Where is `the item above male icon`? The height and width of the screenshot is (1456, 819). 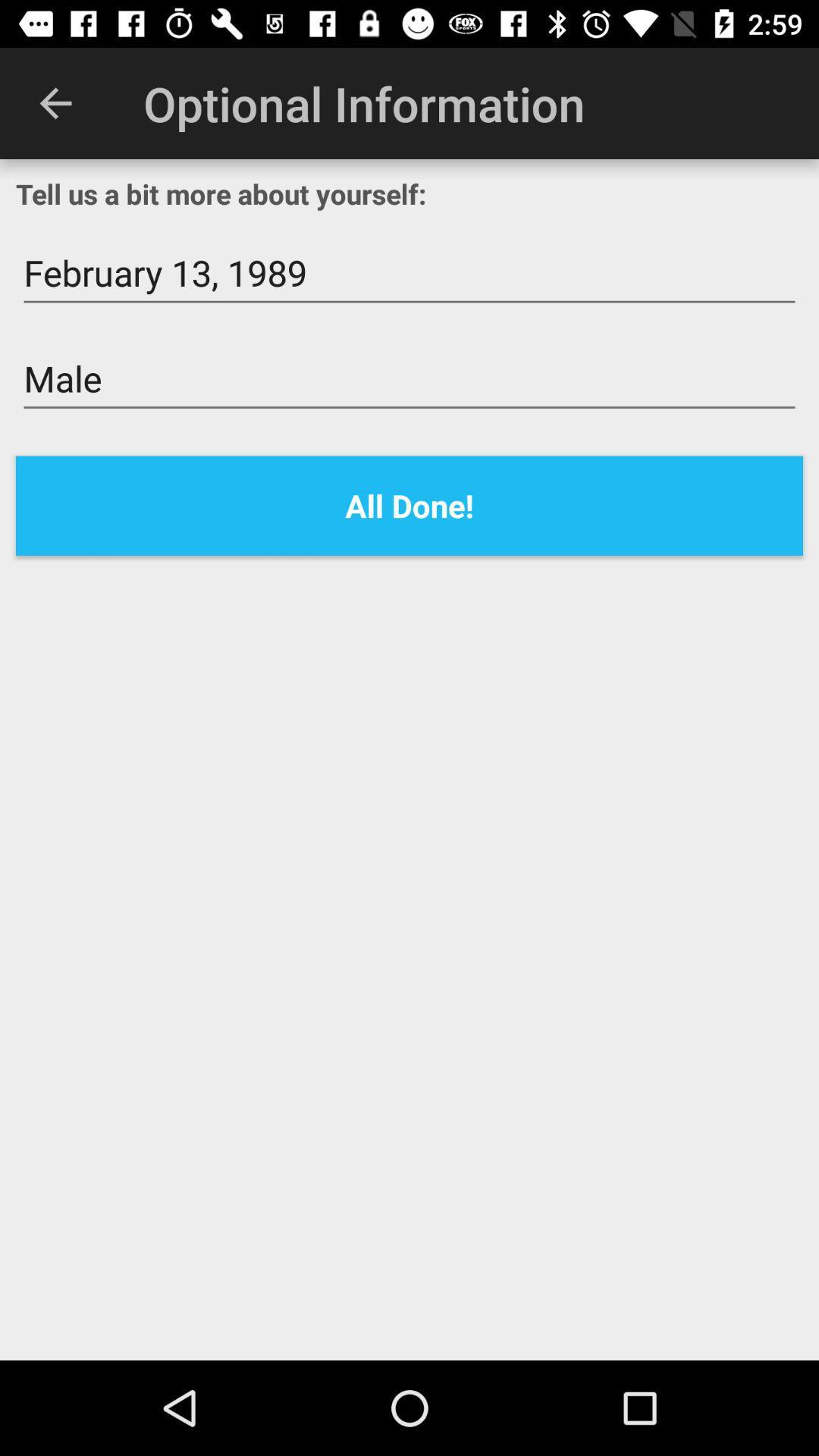
the item above male icon is located at coordinates (409, 273).